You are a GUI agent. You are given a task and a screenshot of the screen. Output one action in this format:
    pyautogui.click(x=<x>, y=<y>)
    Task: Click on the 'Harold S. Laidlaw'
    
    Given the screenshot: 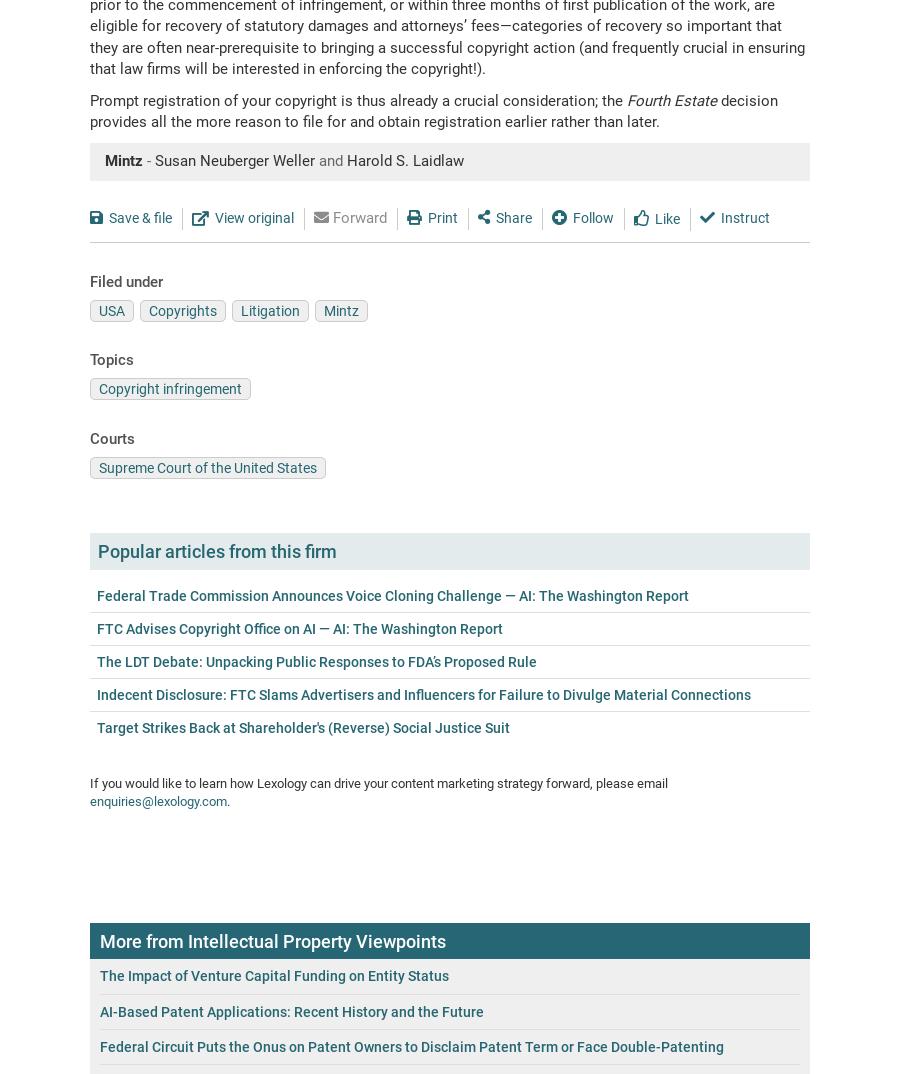 What is the action you would take?
    pyautogui.click(x=405, y=159)
    